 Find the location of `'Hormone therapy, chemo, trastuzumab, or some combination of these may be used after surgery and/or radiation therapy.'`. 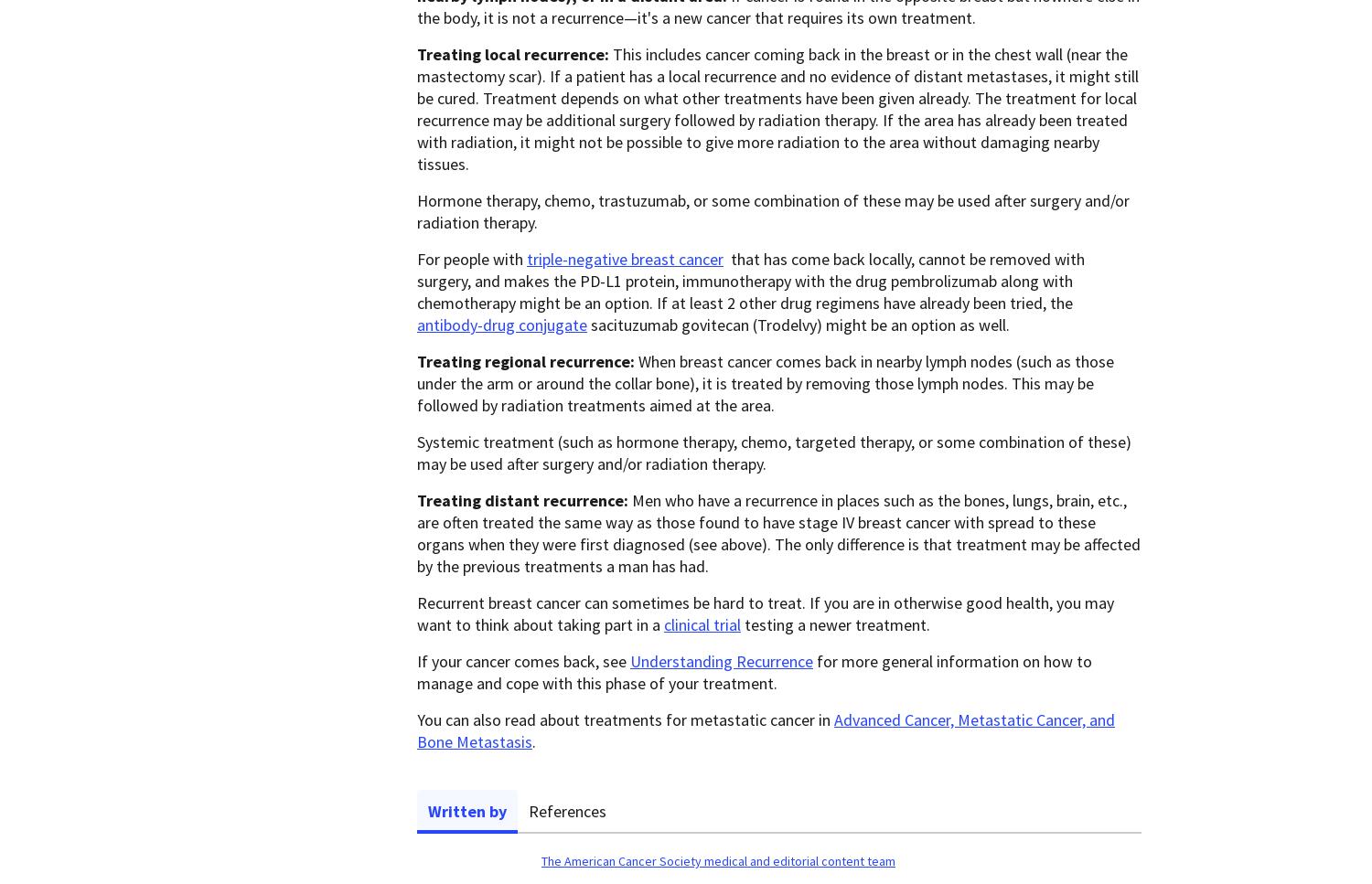

'Hormone therapy, chemo, trastuzumab, or some combination of these may be used after surgery and/or radiation therapy.' is located at coordinates (416, 211).